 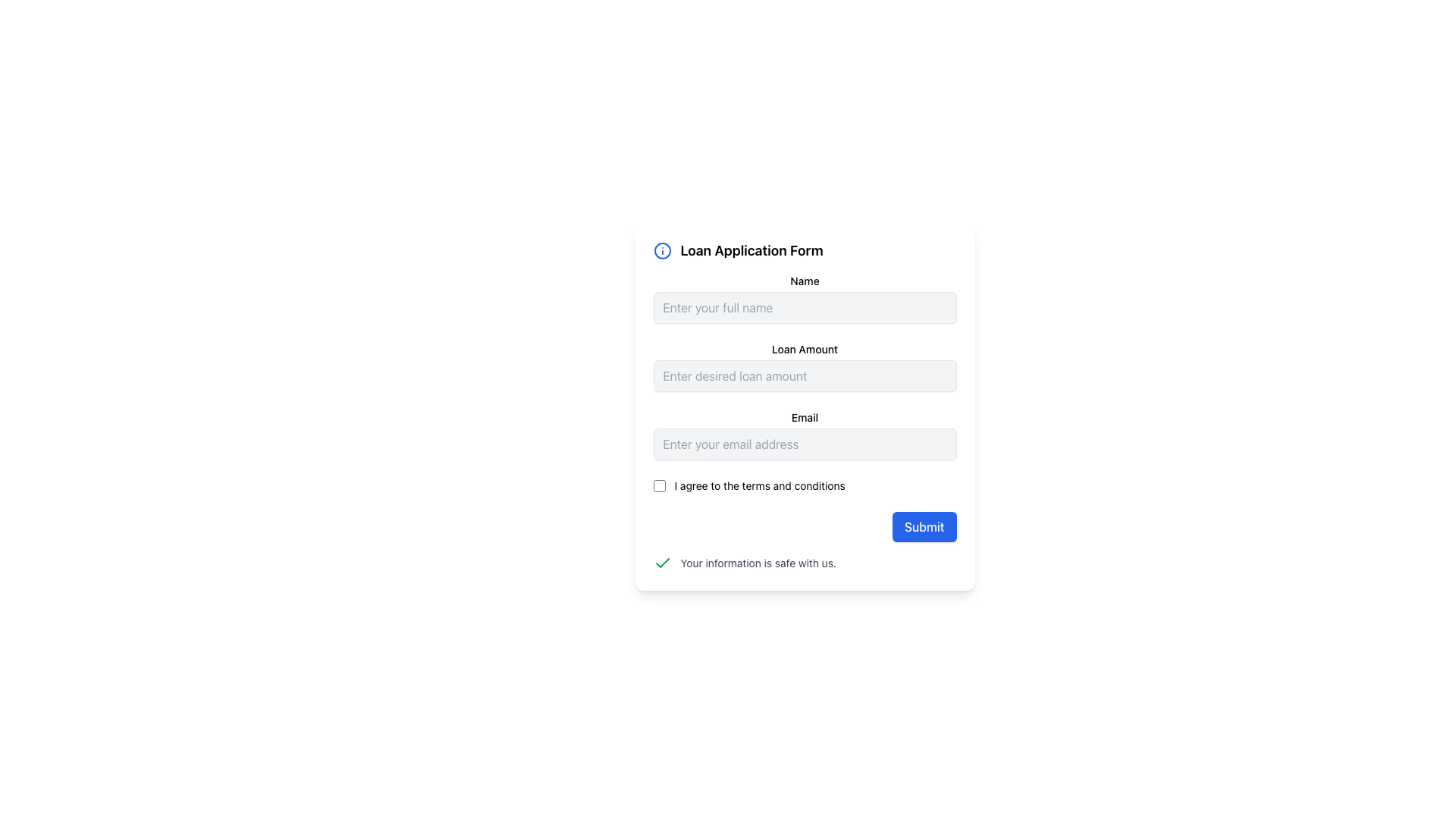 I want to click on the bold text header 'Loan Application Form' to emphasize it, so click(x=752, y=250).